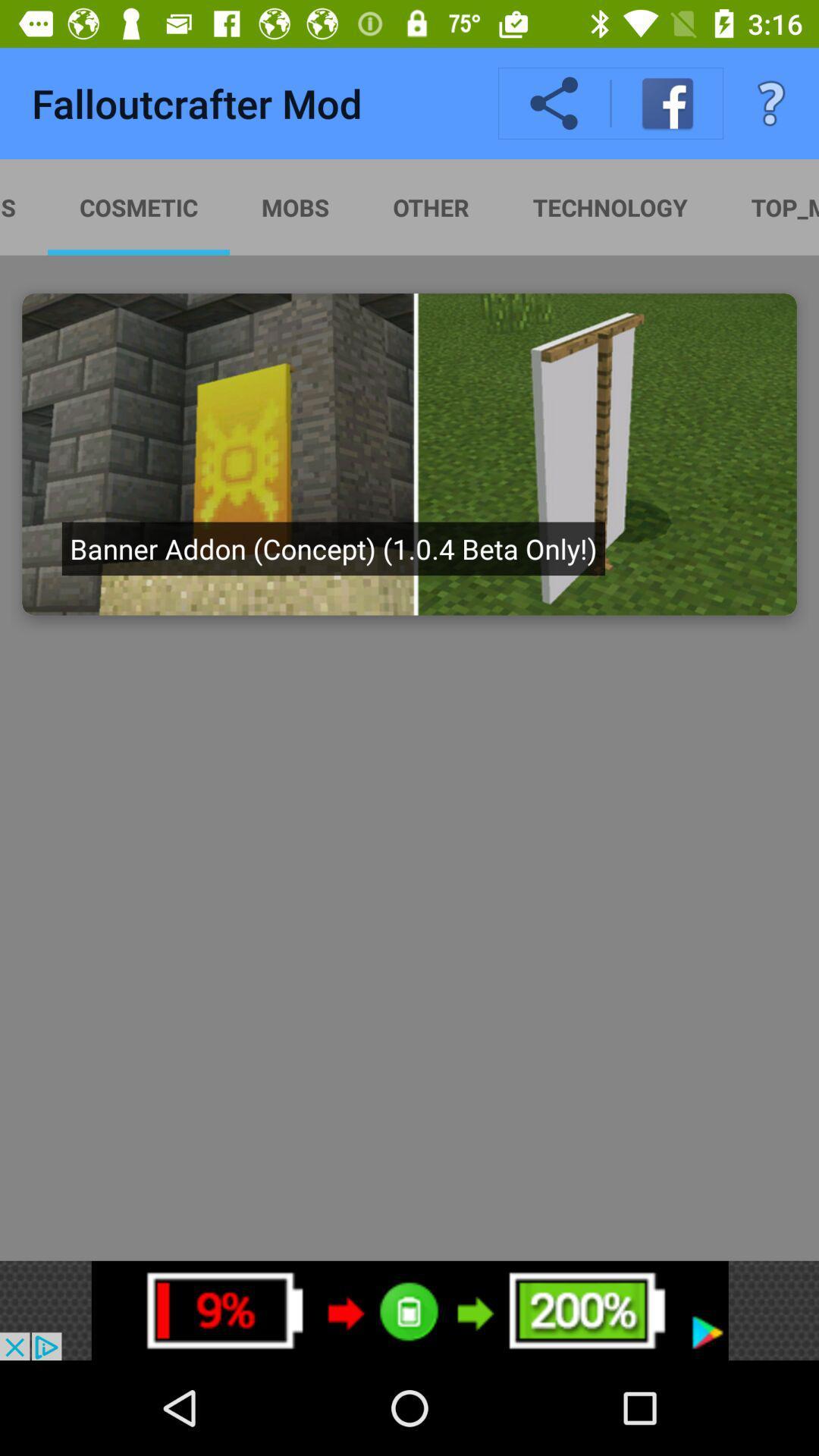  I want to click on click on banner, so click(409, 453).